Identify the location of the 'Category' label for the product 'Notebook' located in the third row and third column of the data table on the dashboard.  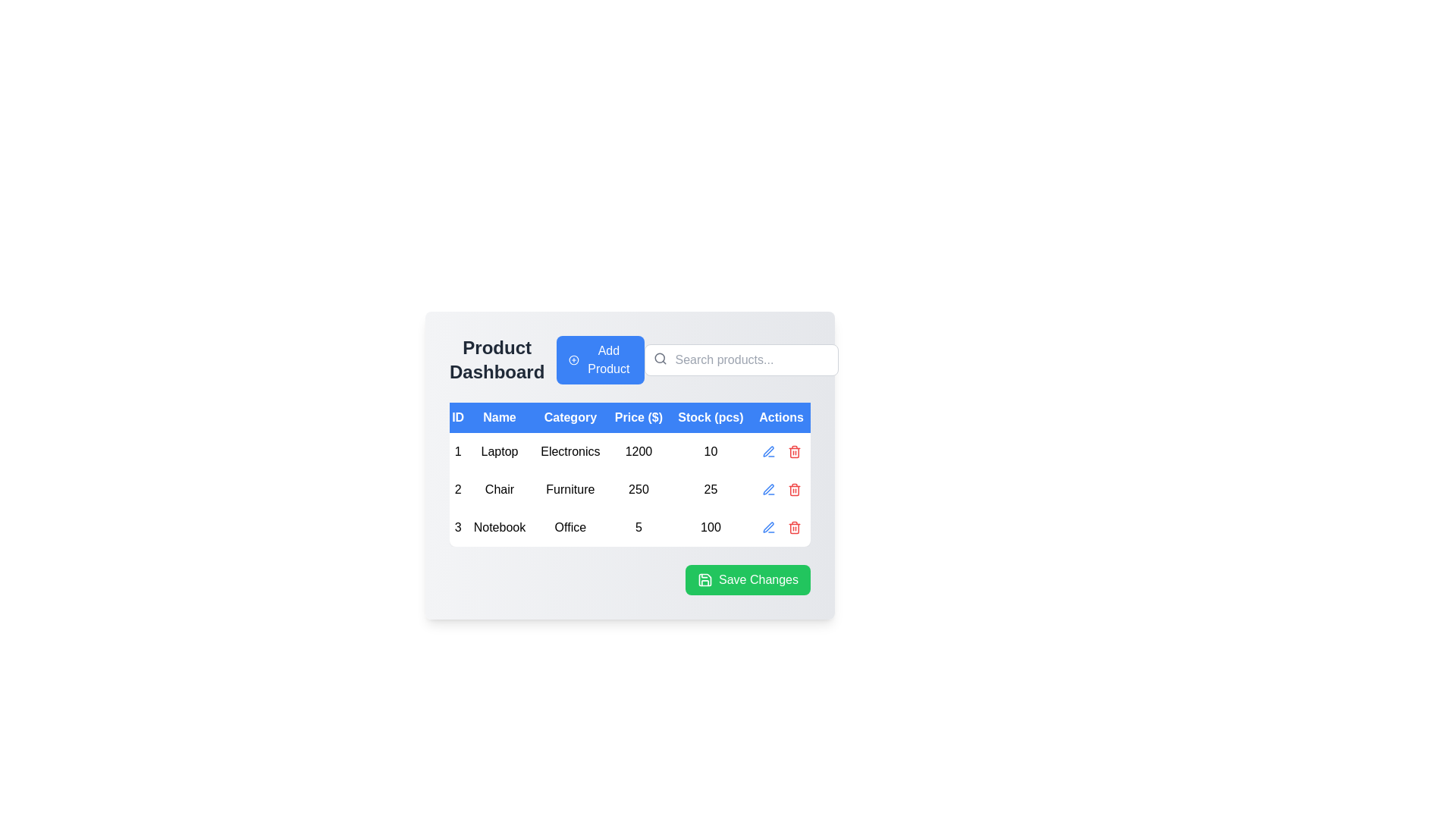
(570, 526).